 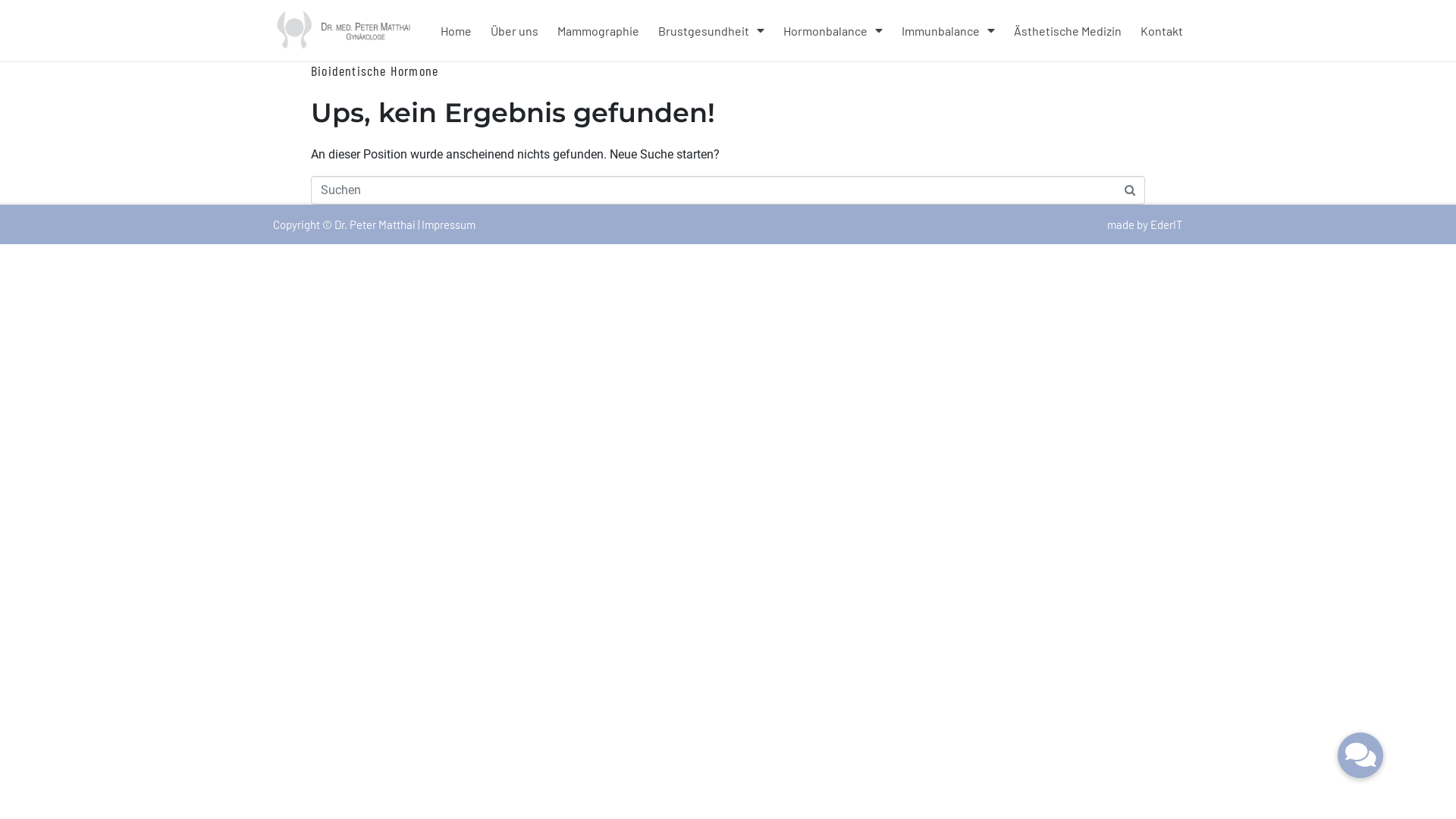 What do you see at coordinates (597, 30) in the screenshot?
I see `'Mammographie'` at bounding box center [597, 30].